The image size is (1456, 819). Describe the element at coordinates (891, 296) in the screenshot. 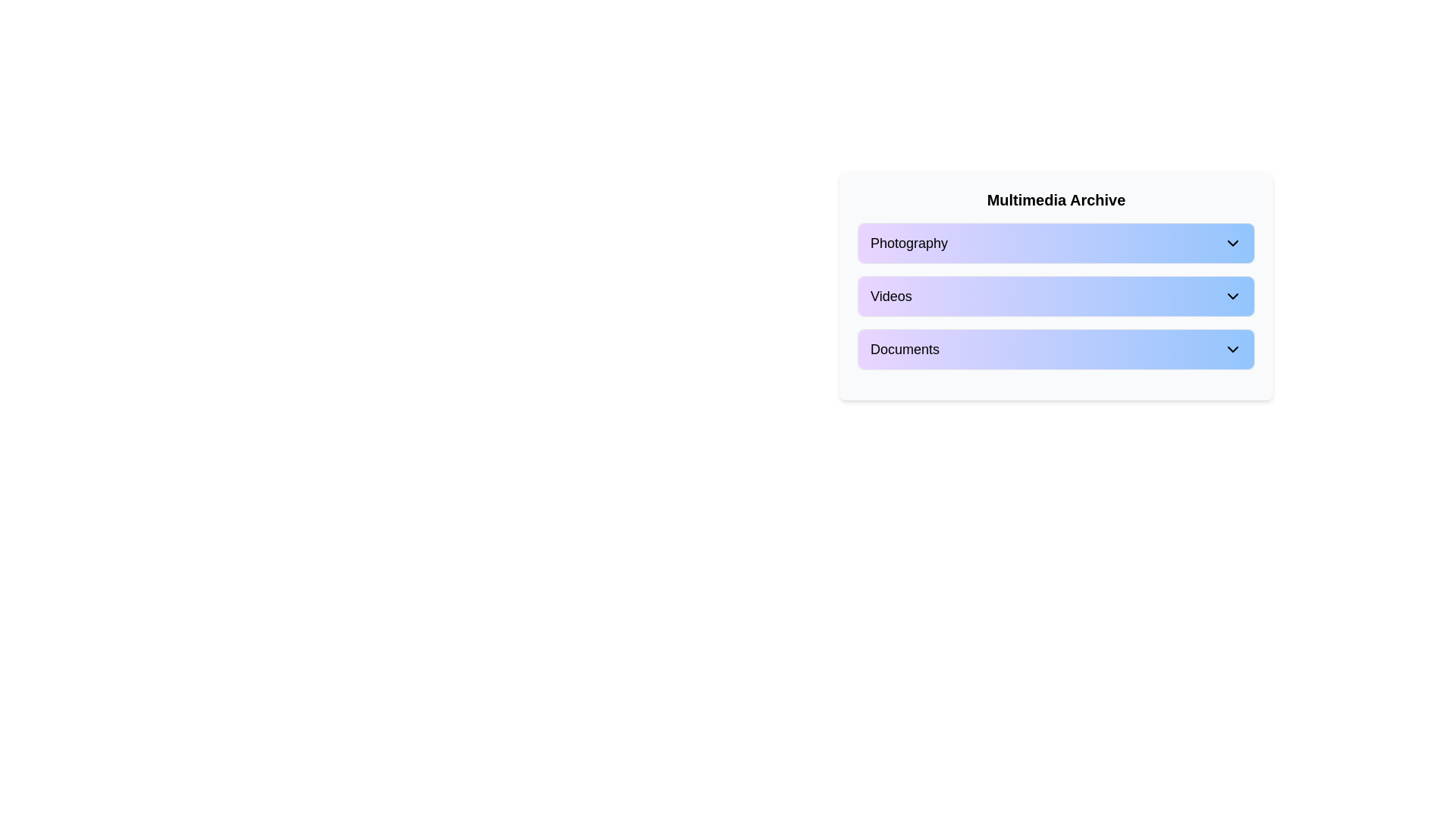

I see `text content of the 'Videos' label, which is displayed in black font against a gradient background in the 'Multimedia Archive' menu` at that location.